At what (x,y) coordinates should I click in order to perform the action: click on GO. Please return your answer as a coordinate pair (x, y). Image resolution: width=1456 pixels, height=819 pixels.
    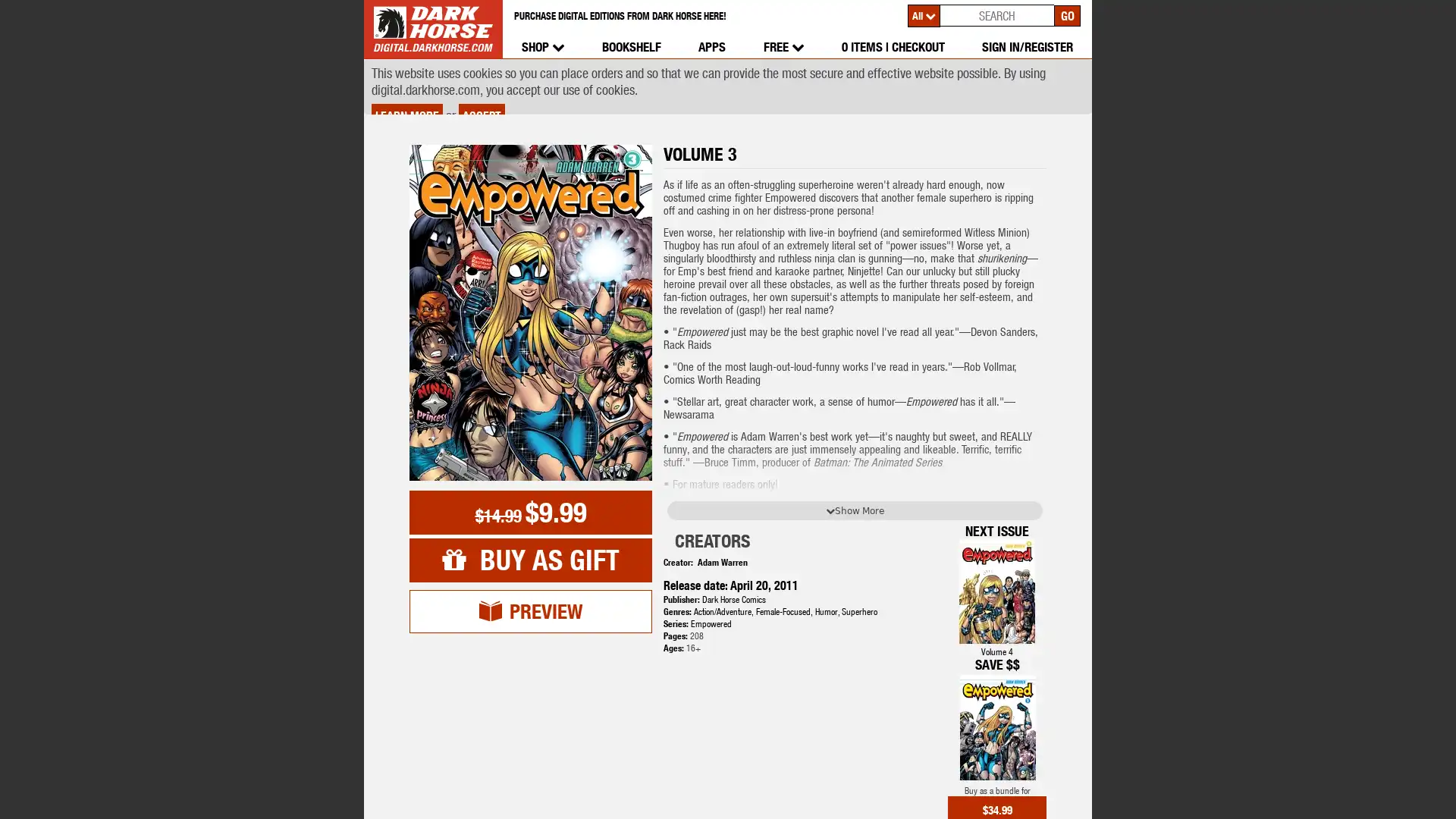
    Looking at the image, I should click on (1066, 14).